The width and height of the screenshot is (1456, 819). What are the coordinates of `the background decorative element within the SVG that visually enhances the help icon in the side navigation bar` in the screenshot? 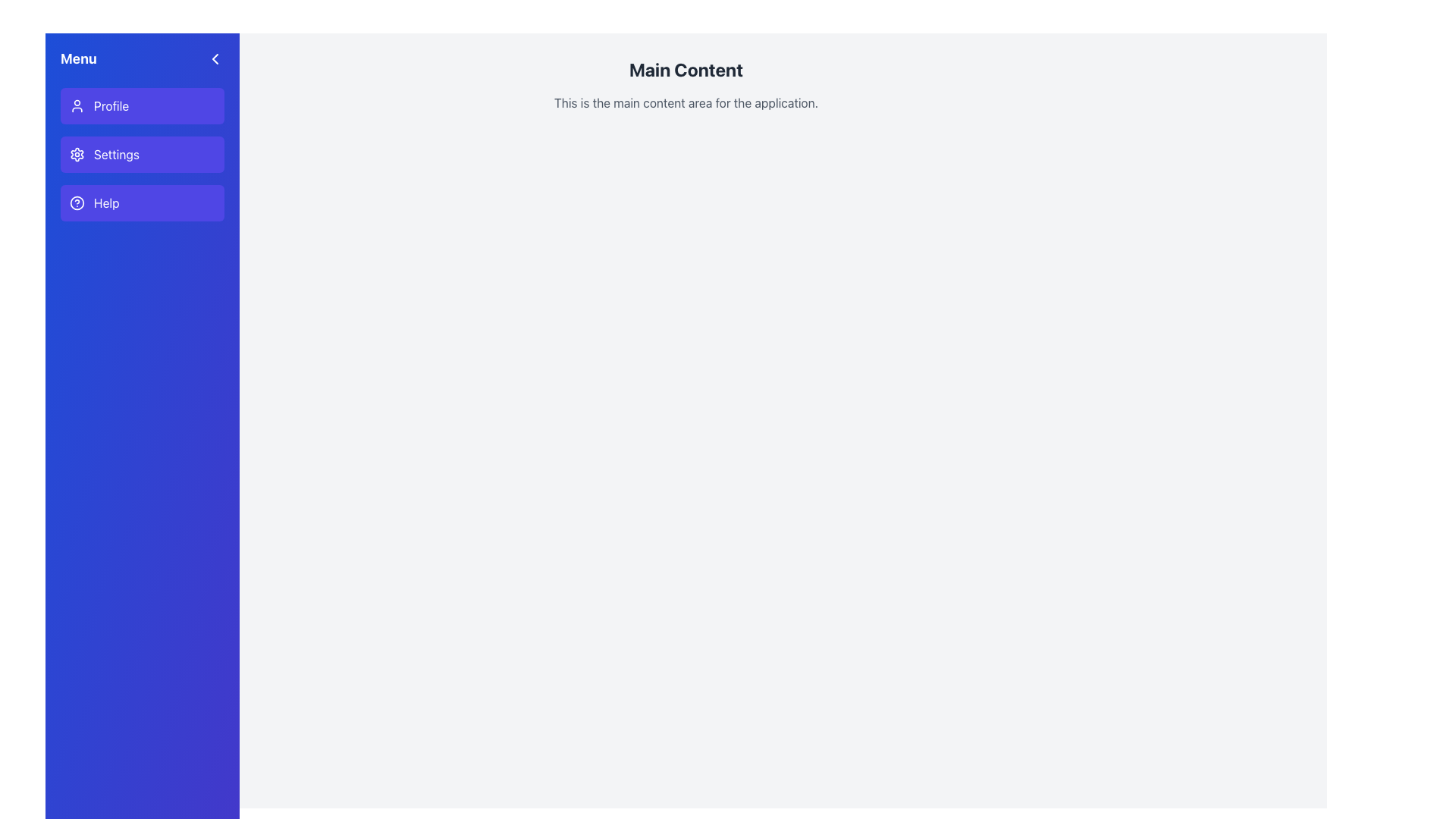 It's located at (76, 202).